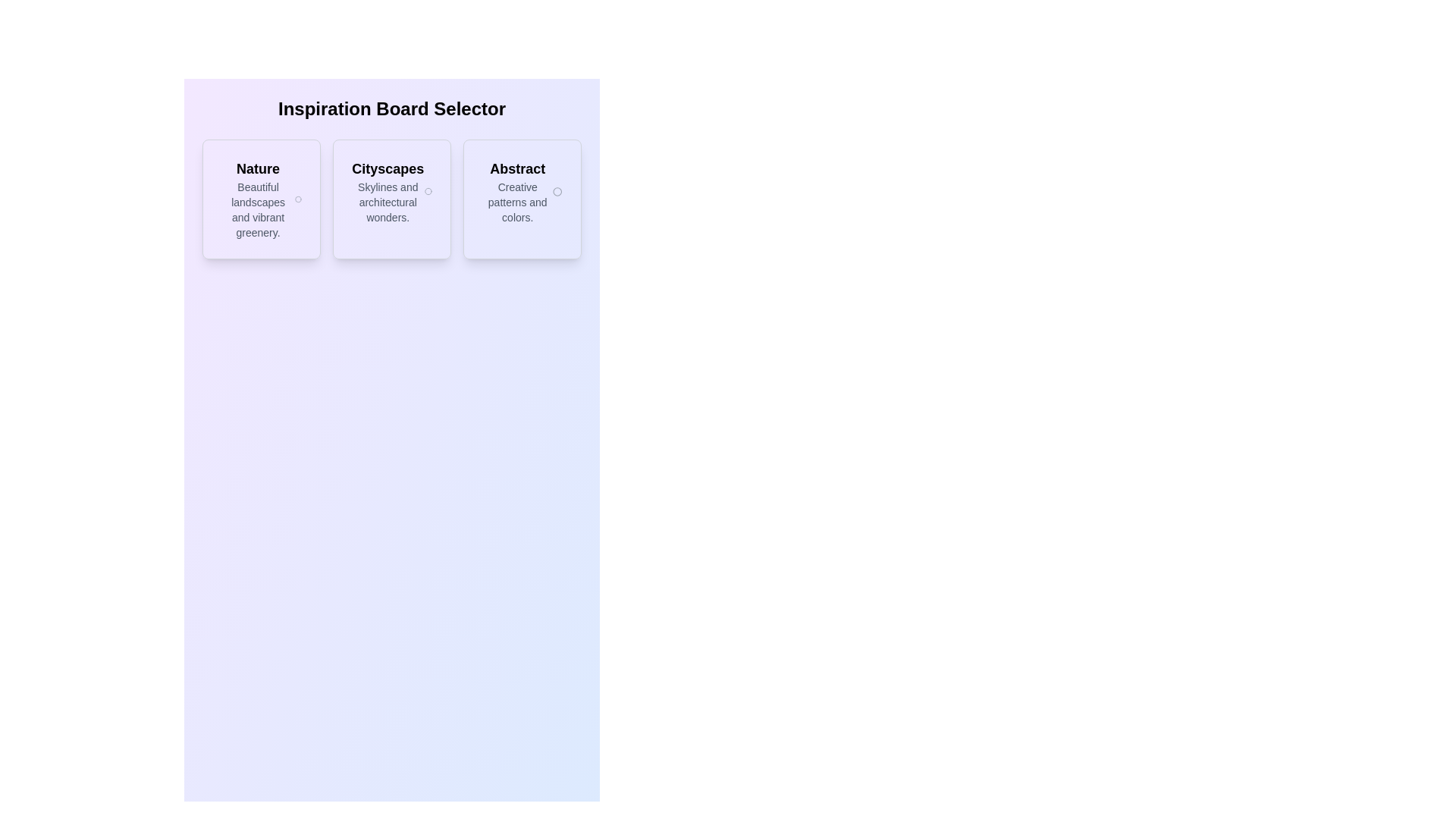 Image resolution: width=1456 pixels, height=819 pixels. I want to click on the text label that provides a descriptive caption for the 'Abstract' card located in the 'Inspiration Board Selector' interface, positioned below the title 'Abstract.', so click(517, 201).